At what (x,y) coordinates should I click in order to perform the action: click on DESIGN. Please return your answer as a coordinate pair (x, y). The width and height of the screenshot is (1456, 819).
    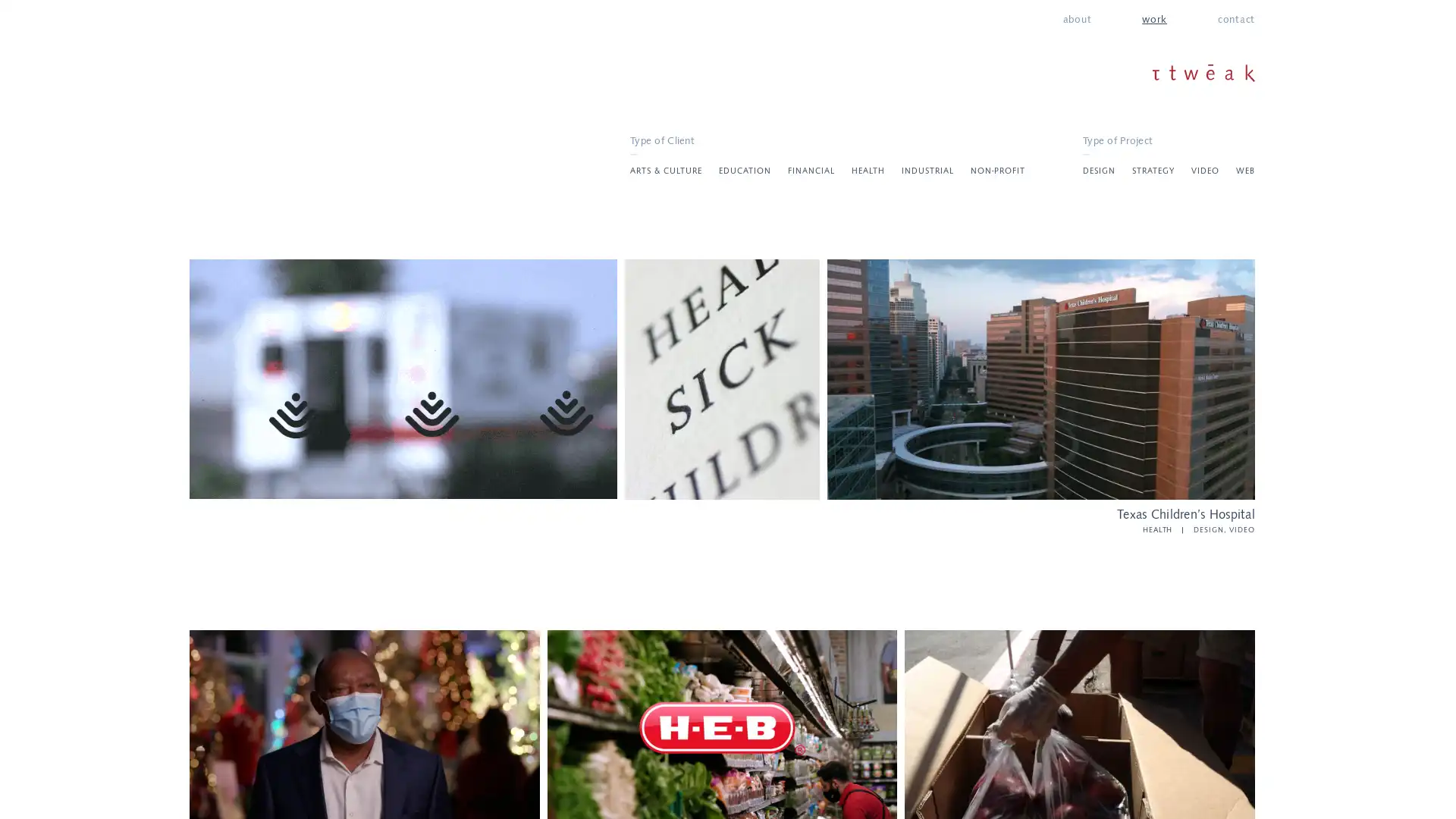
    Looking at the image, I should click on (1099, 171).